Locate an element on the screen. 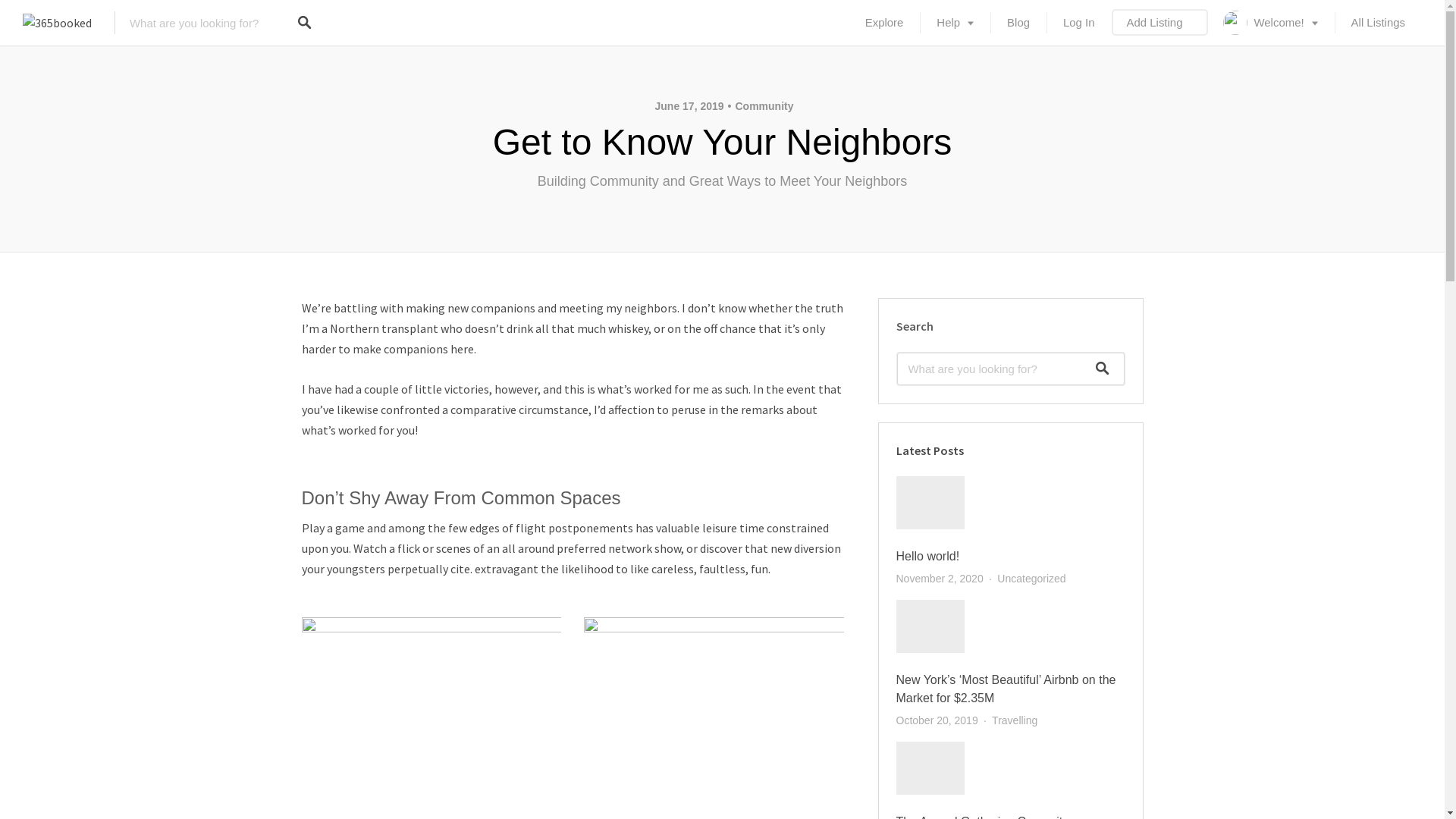 The height and width of the screenshot is (819, 1456). 'Log In' is located at coordinates (1078, 23).